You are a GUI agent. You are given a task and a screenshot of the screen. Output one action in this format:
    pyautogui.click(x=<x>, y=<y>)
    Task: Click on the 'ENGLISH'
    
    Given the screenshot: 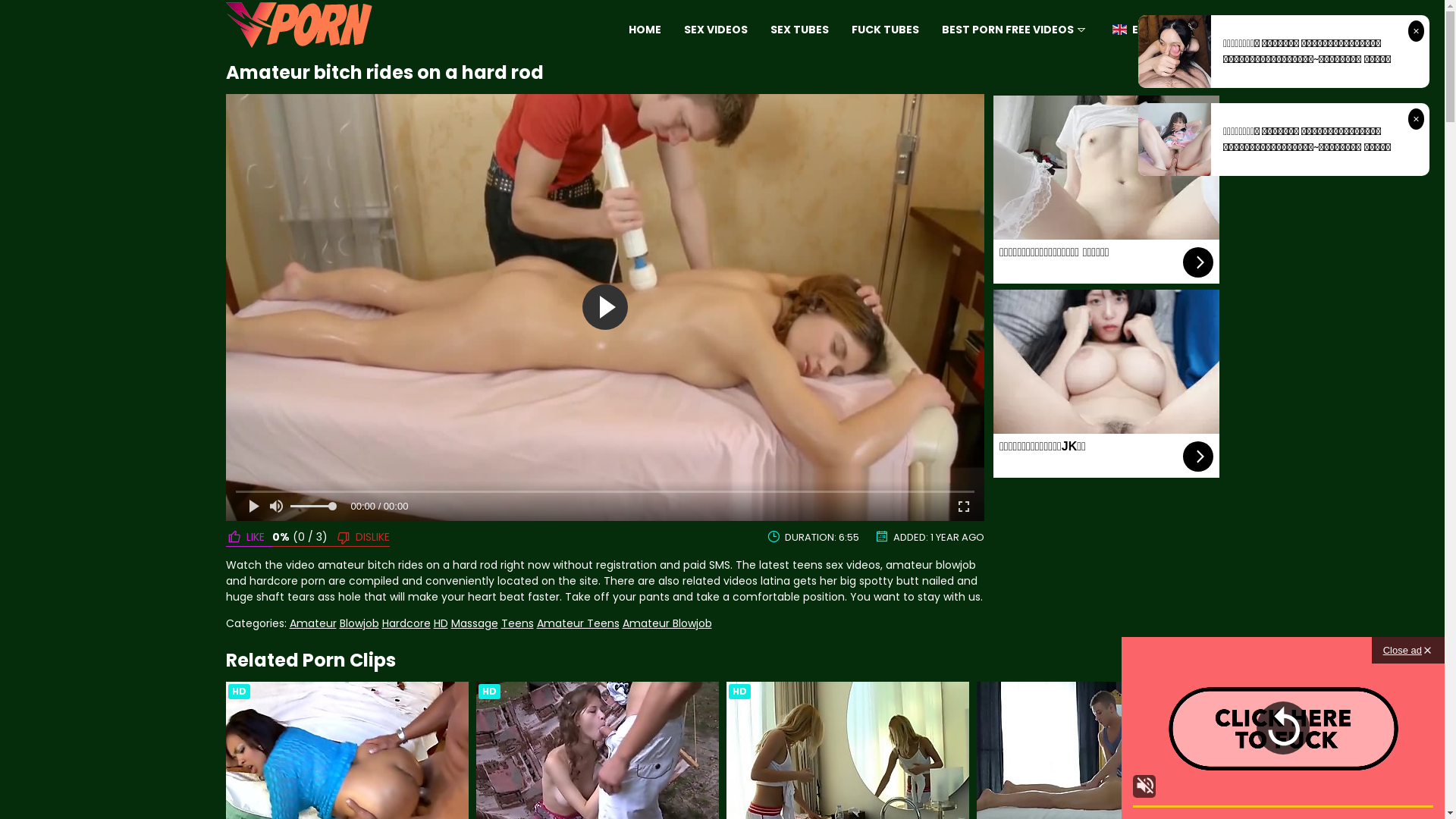 What is the action you would take?
    pyautogui.click(x=1109, y=29)
    